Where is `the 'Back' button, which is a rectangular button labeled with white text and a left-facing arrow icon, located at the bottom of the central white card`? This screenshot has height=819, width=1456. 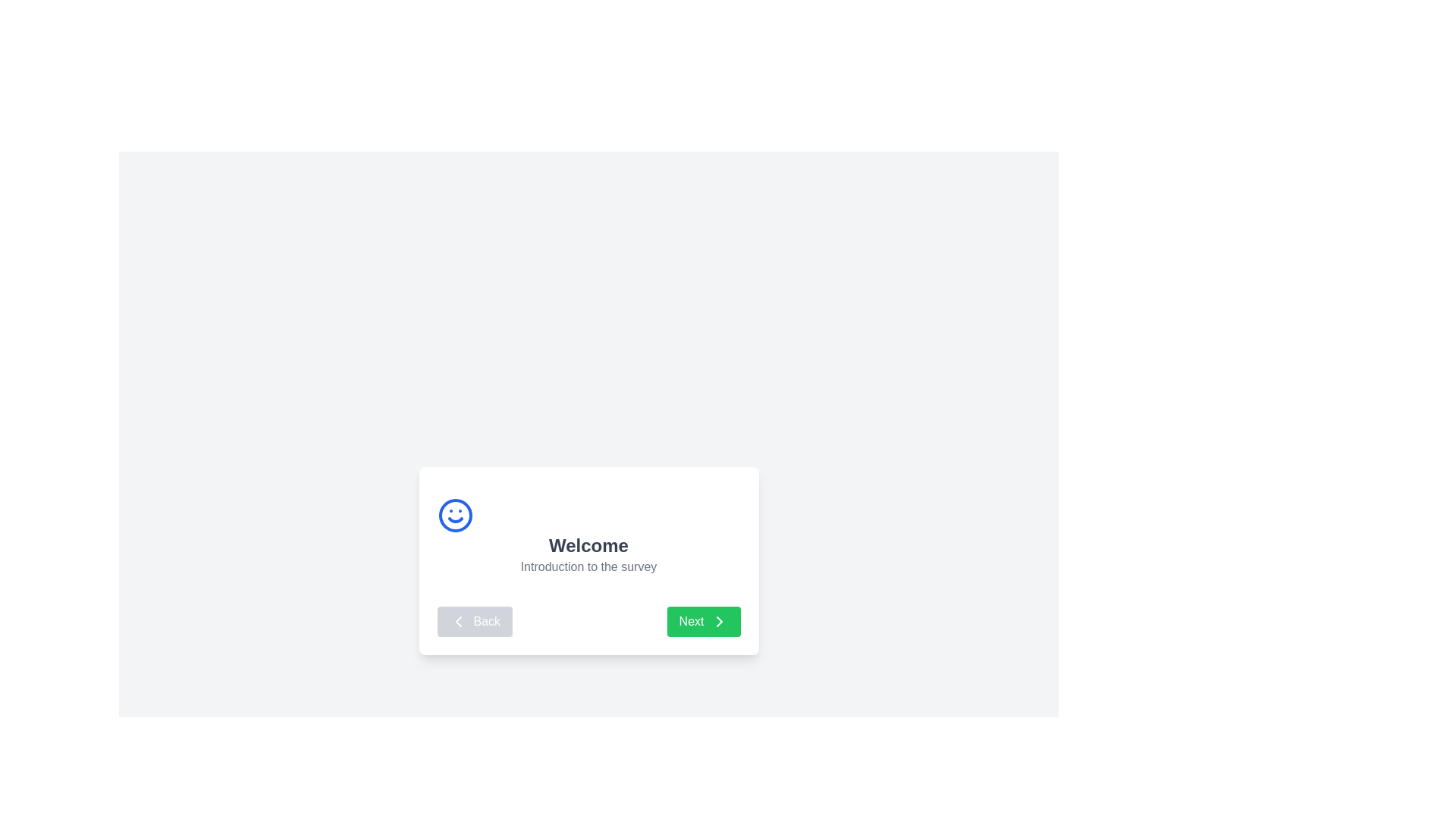 the 'Back' button, which is a rectangular button labeled with white text and a left-facing arrow icon, located at the bottom of the central white card is located at coordinates (474, 622).